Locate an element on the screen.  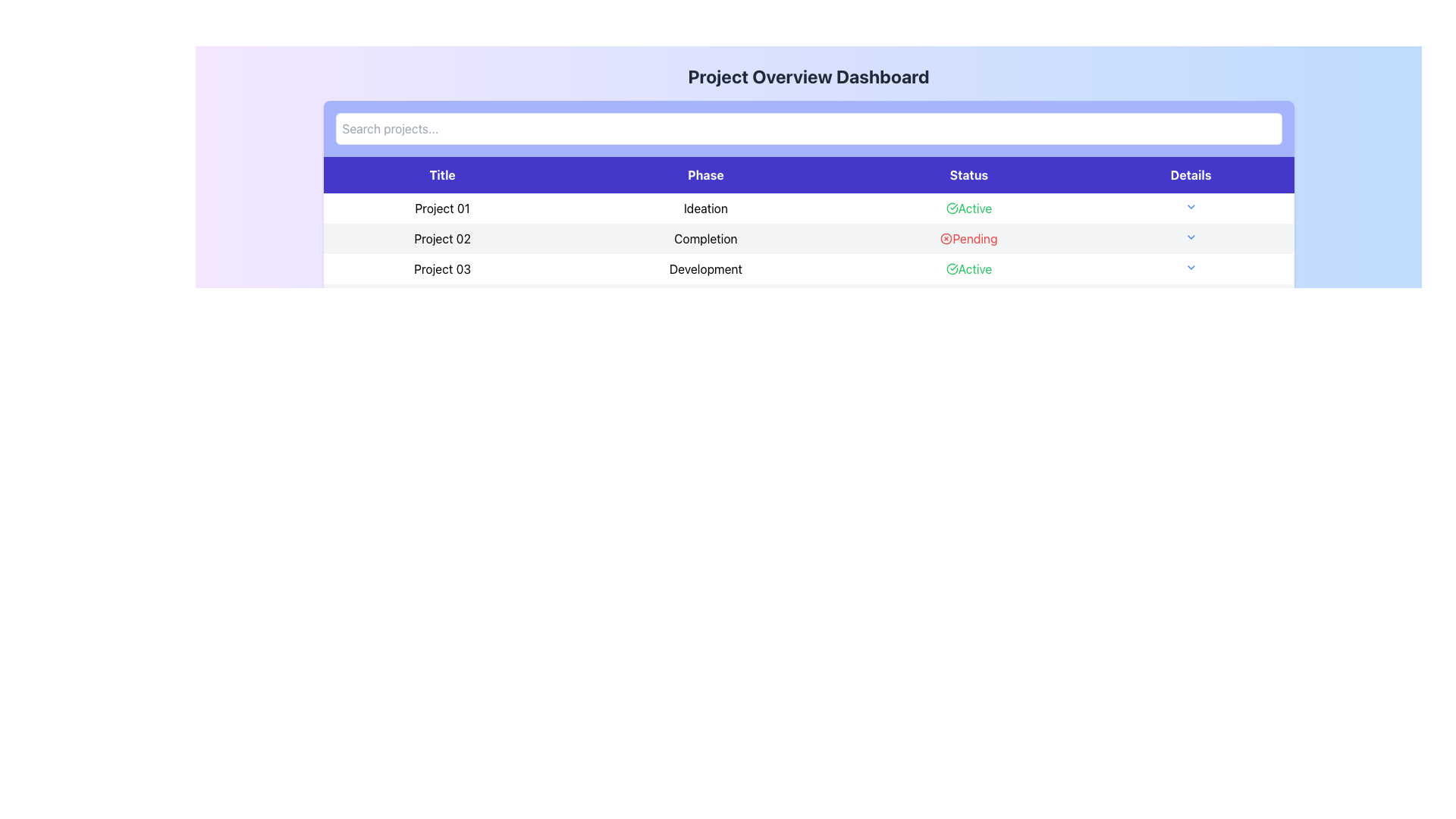
the 'Pending' status icon located in the 'Status' column of the second row in the project dashboard table, which serves as a visual indicator of incomplete status is located at coordinates (946, 239).